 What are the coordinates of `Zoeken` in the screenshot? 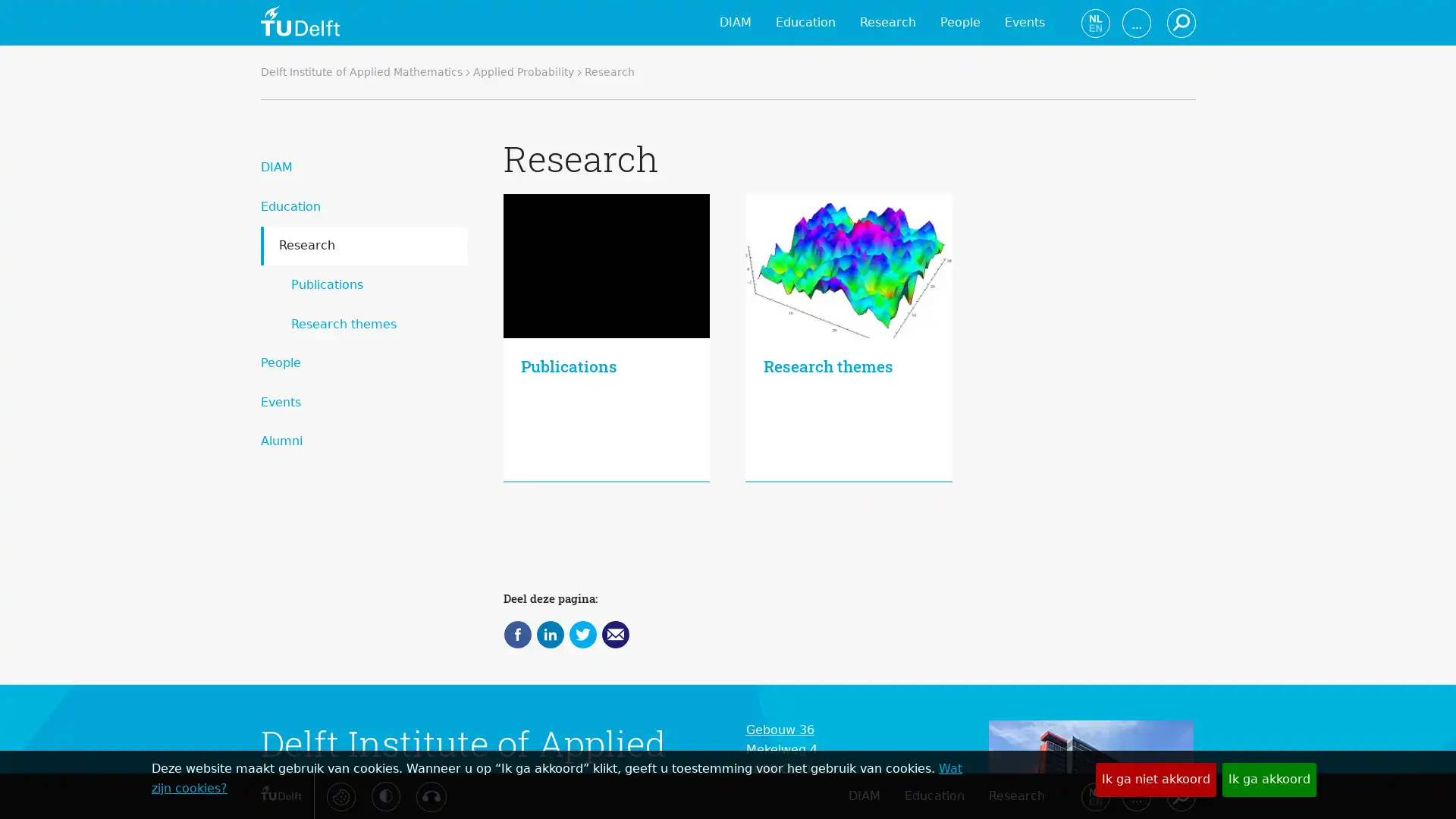 It's located at (1179, 23).